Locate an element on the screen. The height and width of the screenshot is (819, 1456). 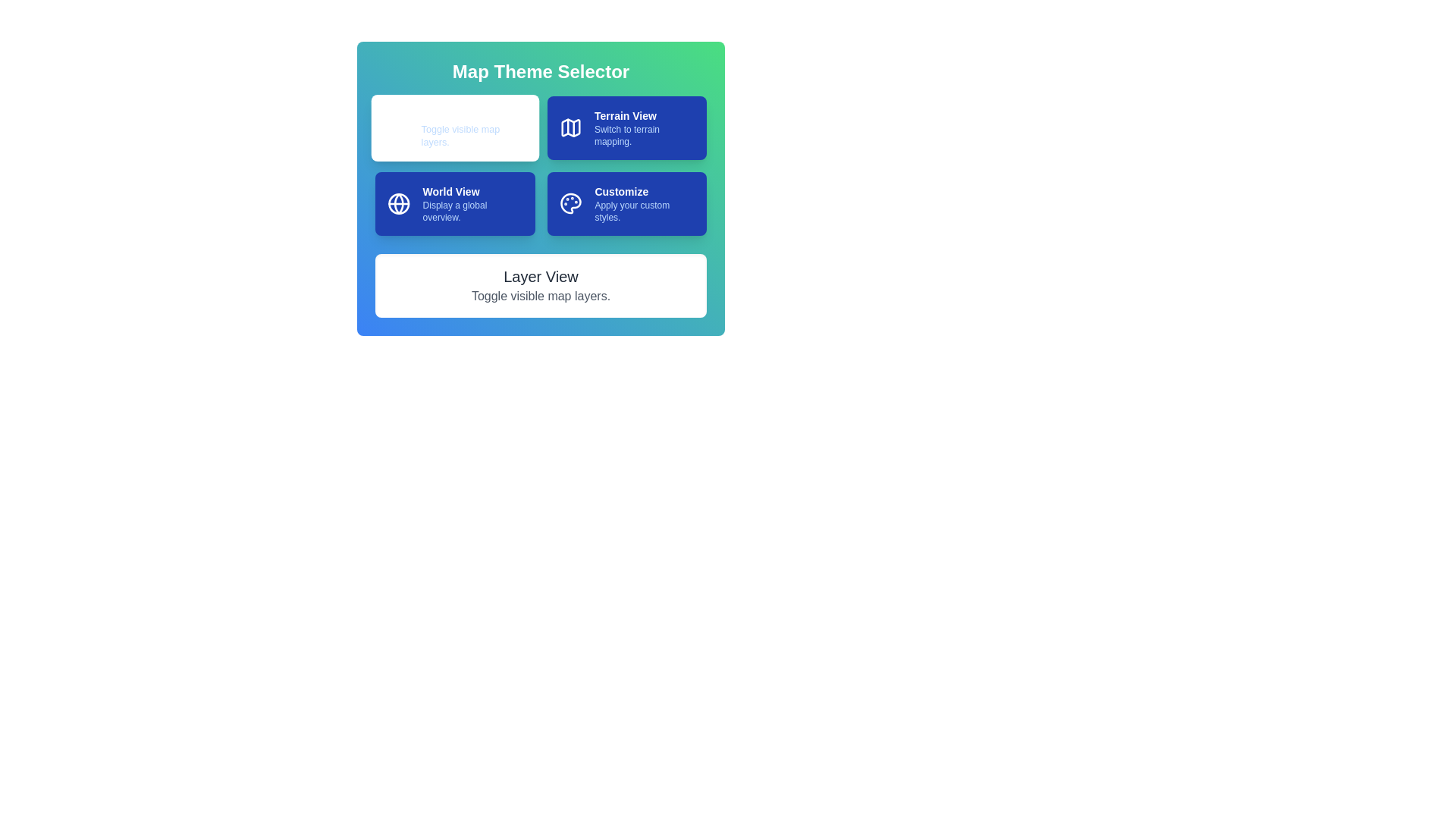
the 'Layer View' text label, which is styled in large, bold, dark gray font and positioned within the white rounded rectangle card in the 'Map Theme Selector' interface is located at coordinates (541, 277).